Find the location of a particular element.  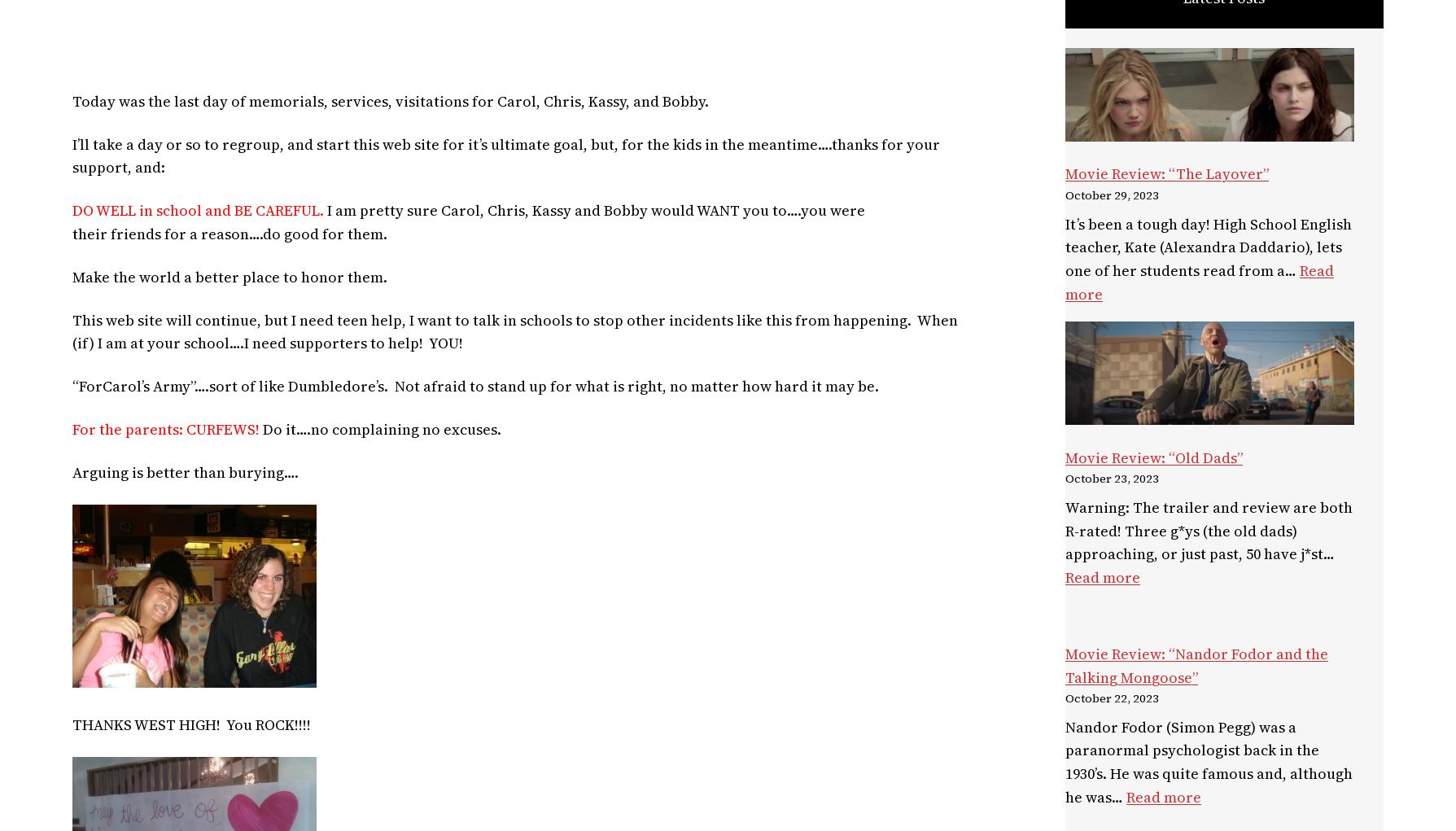

'DO WELL in school and BE CAREFUL.' is located at coordinates (72, 209).